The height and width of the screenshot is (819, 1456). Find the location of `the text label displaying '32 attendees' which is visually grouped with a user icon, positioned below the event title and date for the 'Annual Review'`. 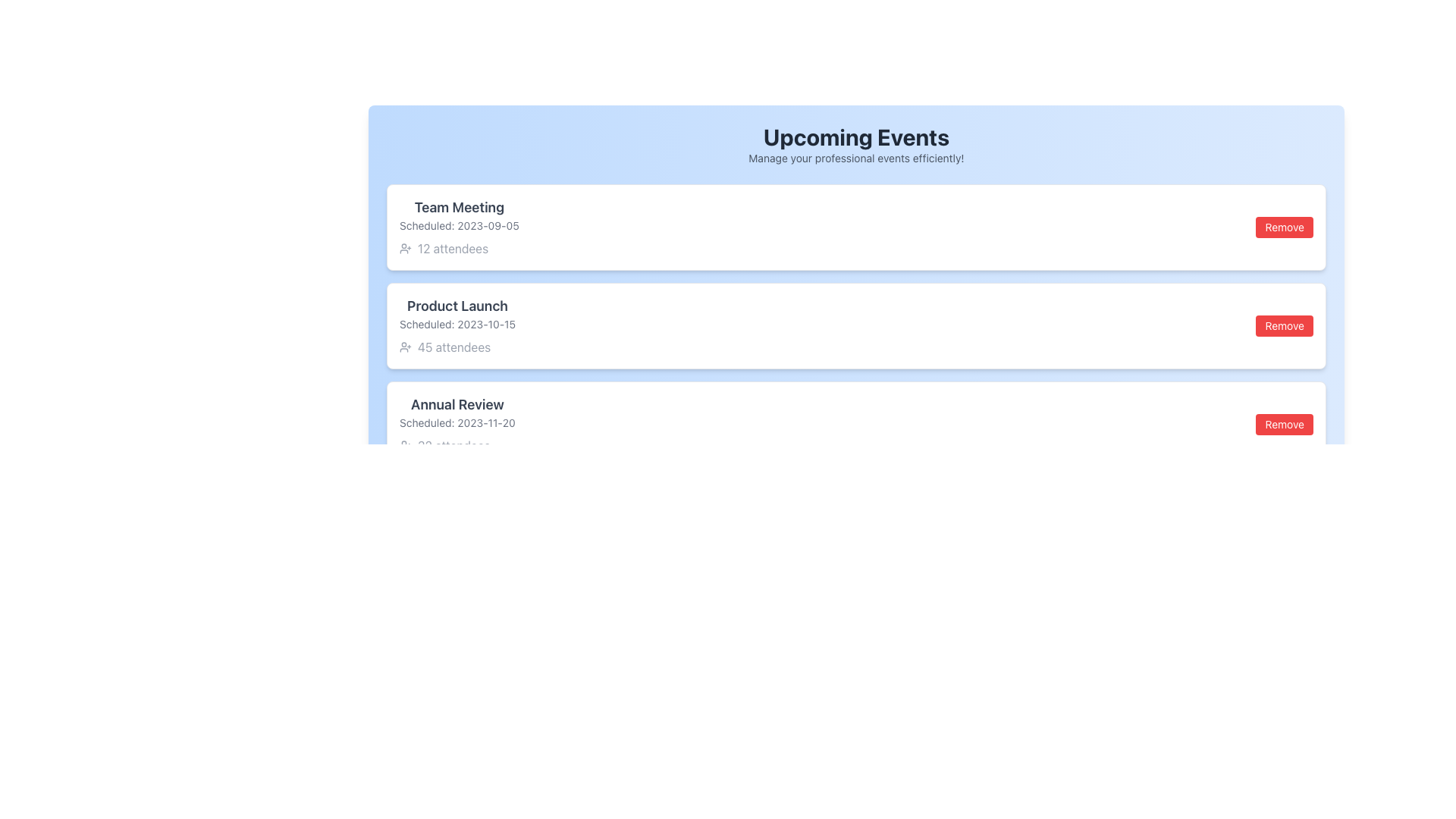

the text label displaying '32 attendees' which is visually grouped with a user icon, positioned below the event title and date for the 'Annual Review' is located at coordinates (453, 444).